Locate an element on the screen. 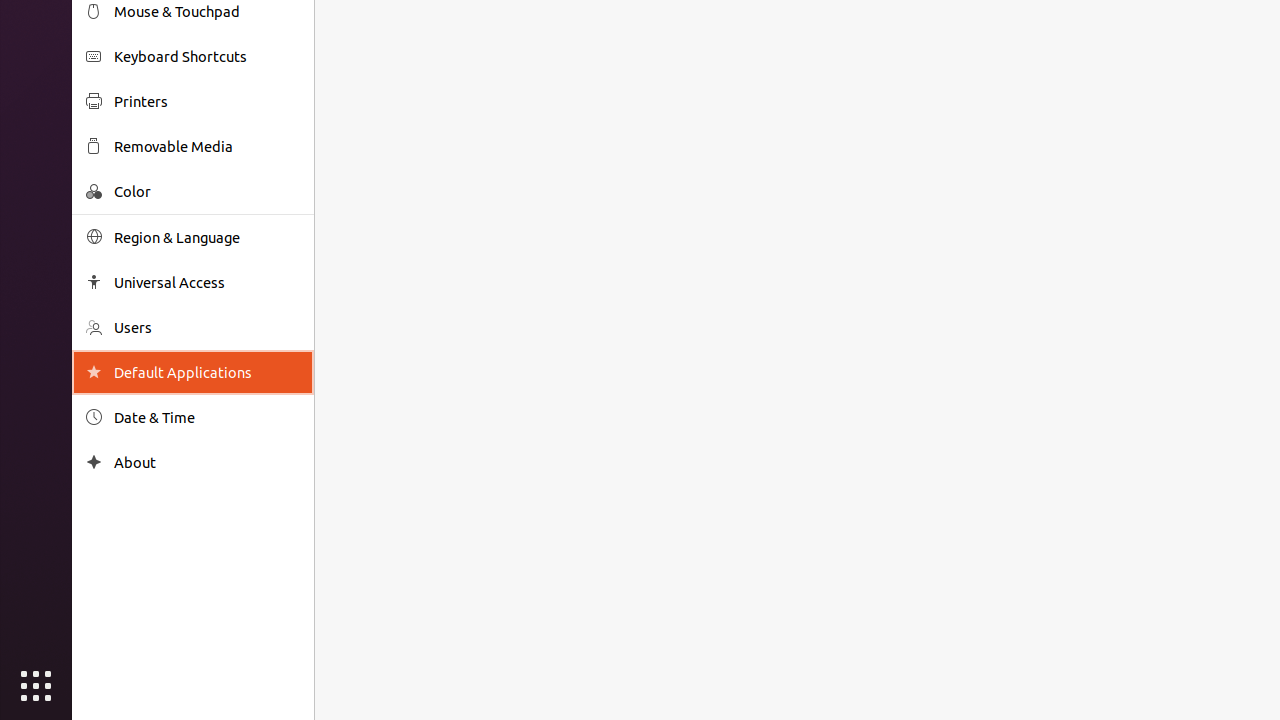  'Universal Access' is located at coordinates (206, 282).